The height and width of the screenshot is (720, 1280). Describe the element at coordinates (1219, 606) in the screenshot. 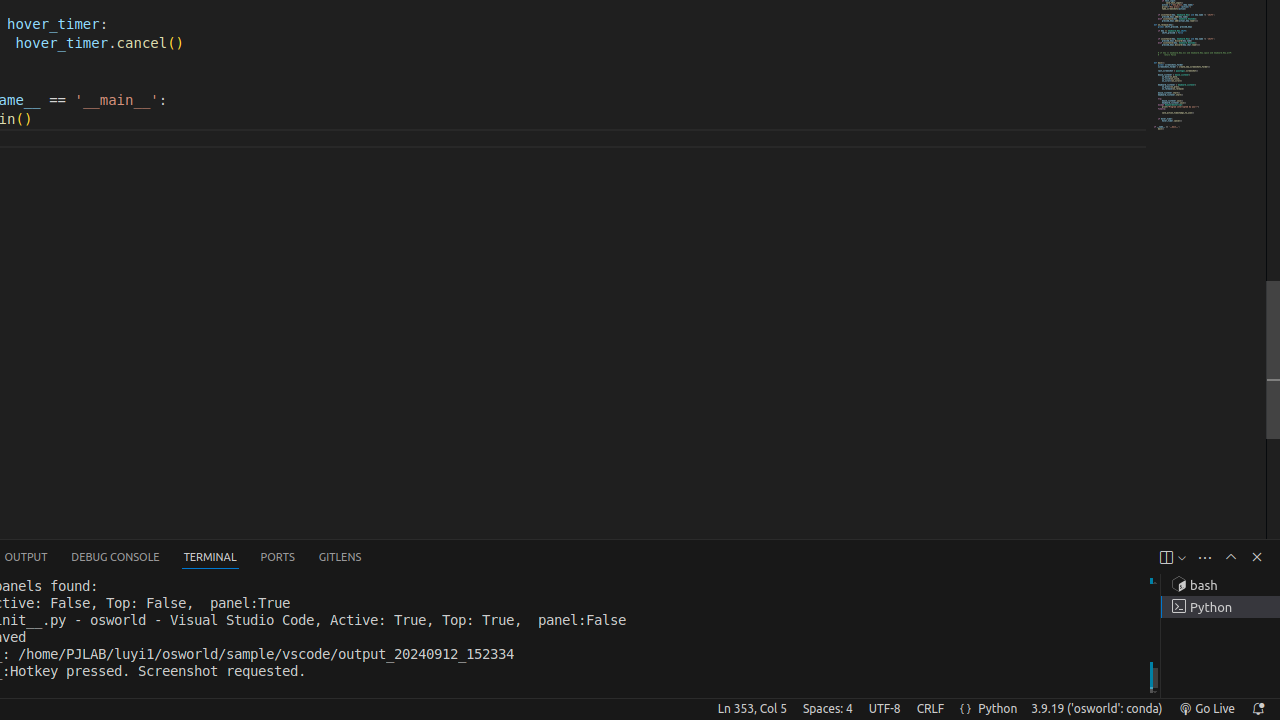

I see `'Terminal 5 Python'` at that location.